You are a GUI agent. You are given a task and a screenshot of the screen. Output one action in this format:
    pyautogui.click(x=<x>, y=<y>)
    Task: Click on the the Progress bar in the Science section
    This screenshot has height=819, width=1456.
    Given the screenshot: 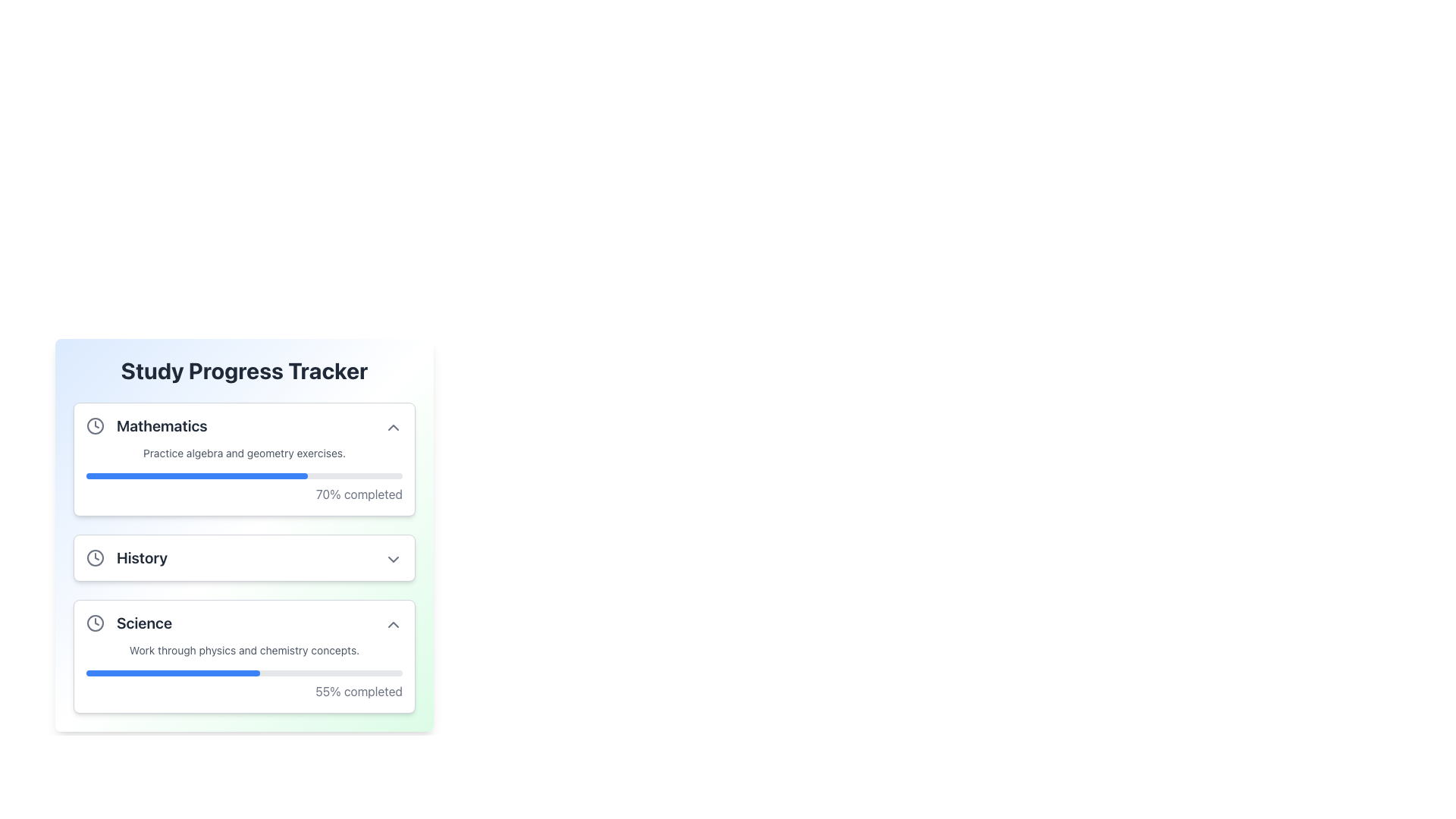 What is the action you would take?
    pyautogui.click(x=244, y=671)
    